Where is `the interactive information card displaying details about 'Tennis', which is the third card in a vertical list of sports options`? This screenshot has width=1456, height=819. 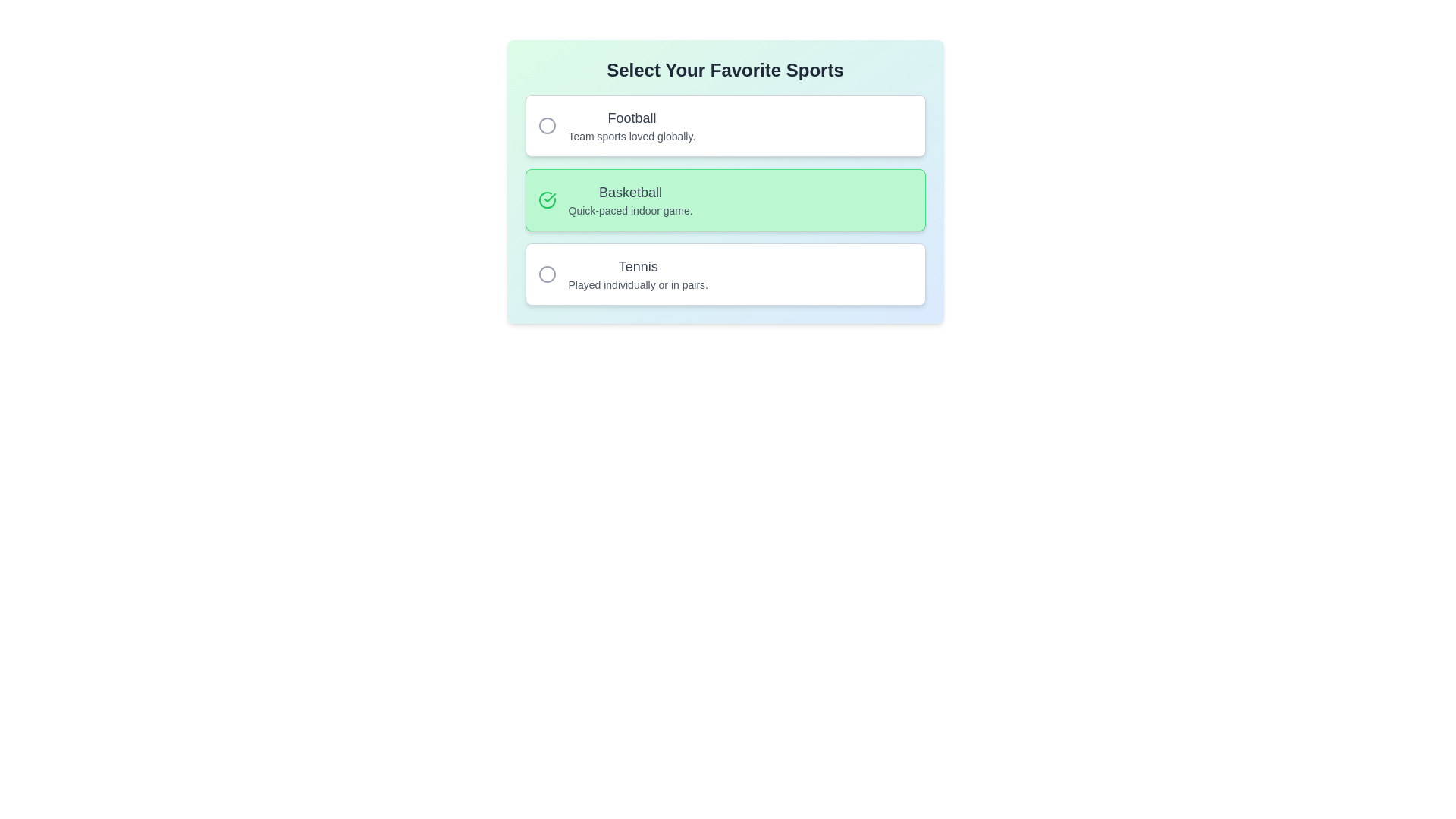 the interactive information card displaying details about 'Tennis', which is the third card in a vertical list of sports options is located at coordinates (724, 275).